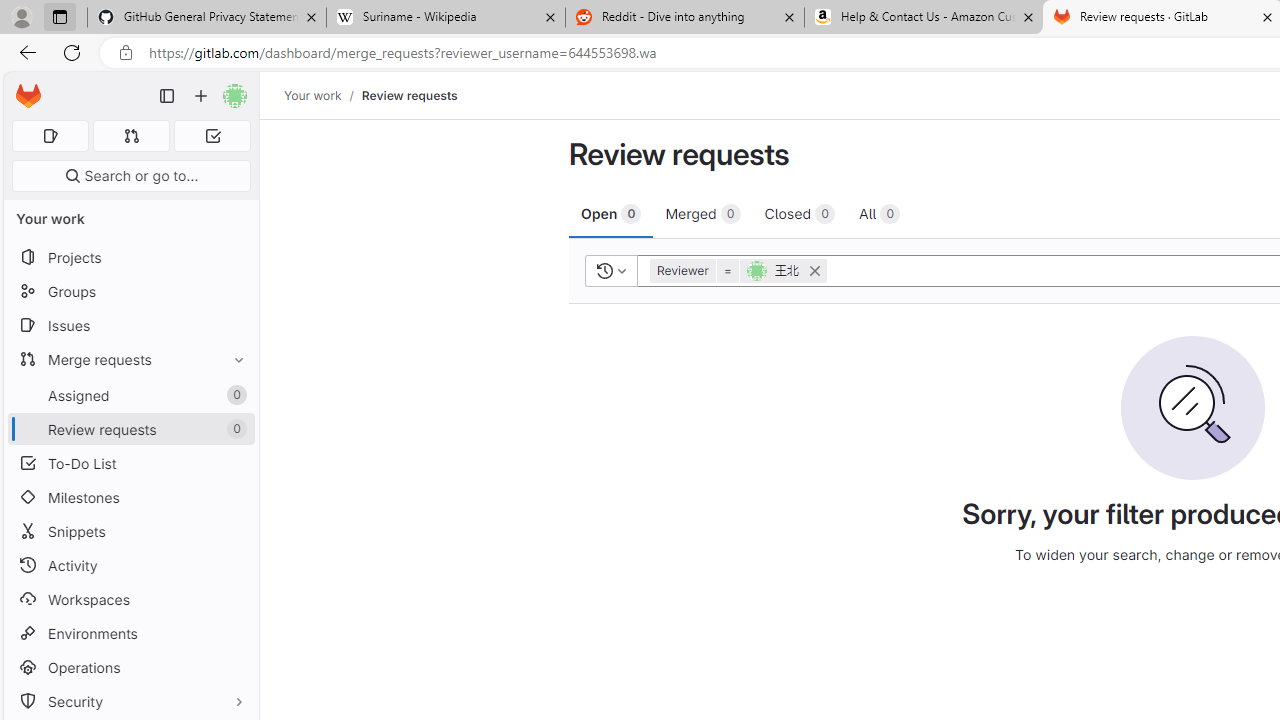  I want to click on 'Snippets', so click(130, 530).